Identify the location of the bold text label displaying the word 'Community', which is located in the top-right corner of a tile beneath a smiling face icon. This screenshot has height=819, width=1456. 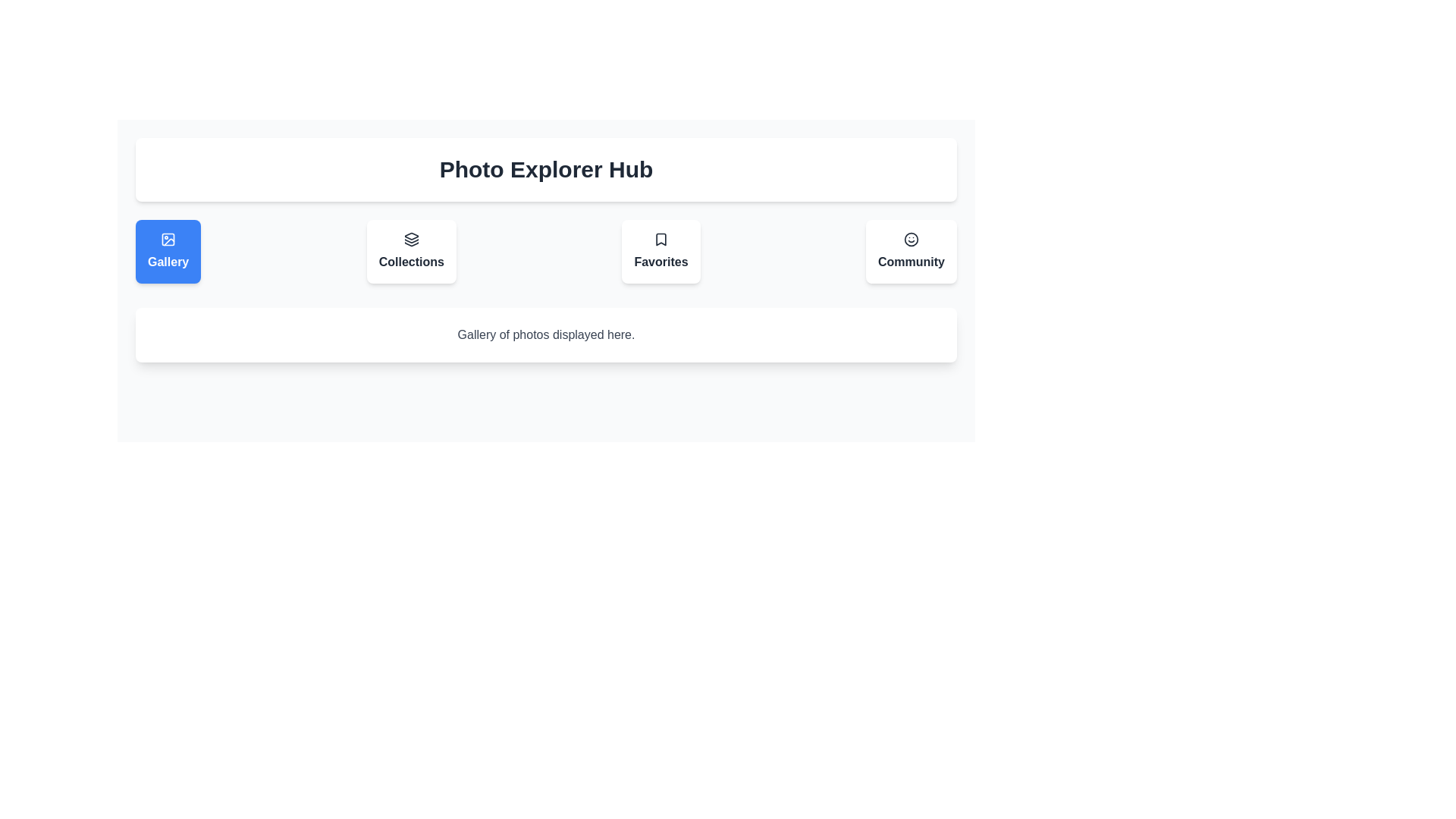
(910, 262).